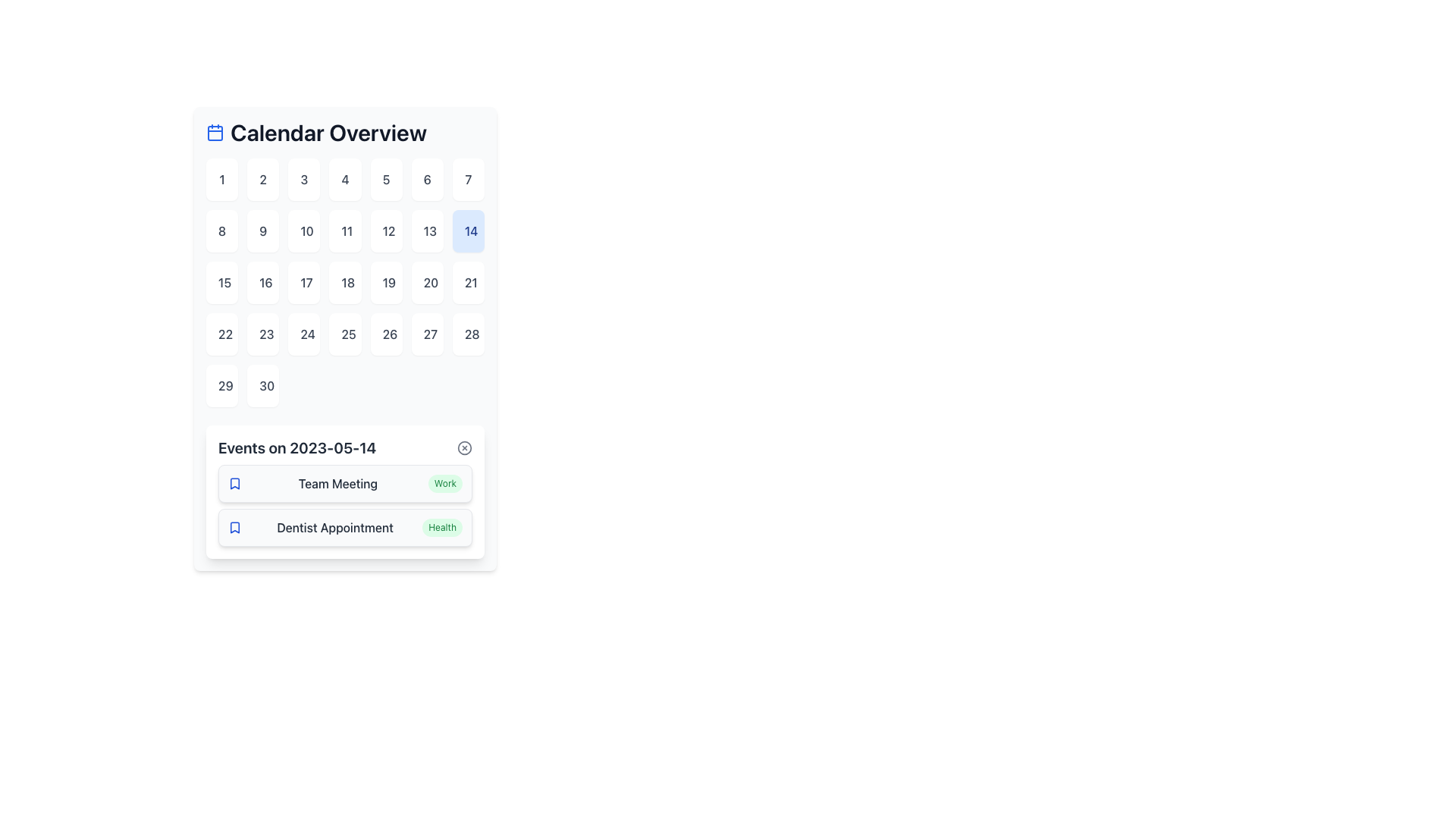  Describe the element at coordinates (467, 283) in the screenshot. I see `the button labeled '21' in the Calendar Overview section` at that location.